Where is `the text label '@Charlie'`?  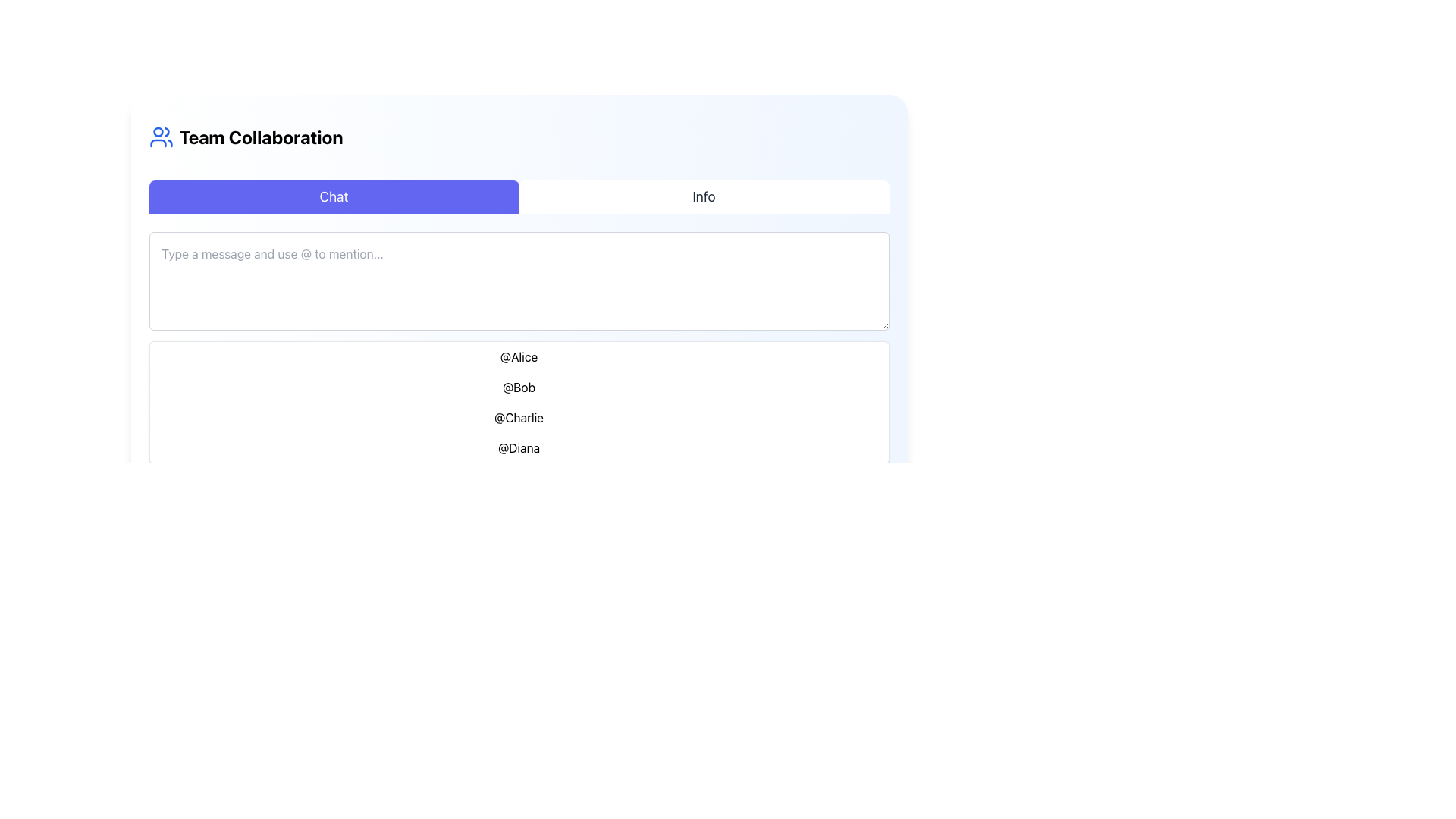
the text label '@Charlie' is located at coordinates (519, 418).